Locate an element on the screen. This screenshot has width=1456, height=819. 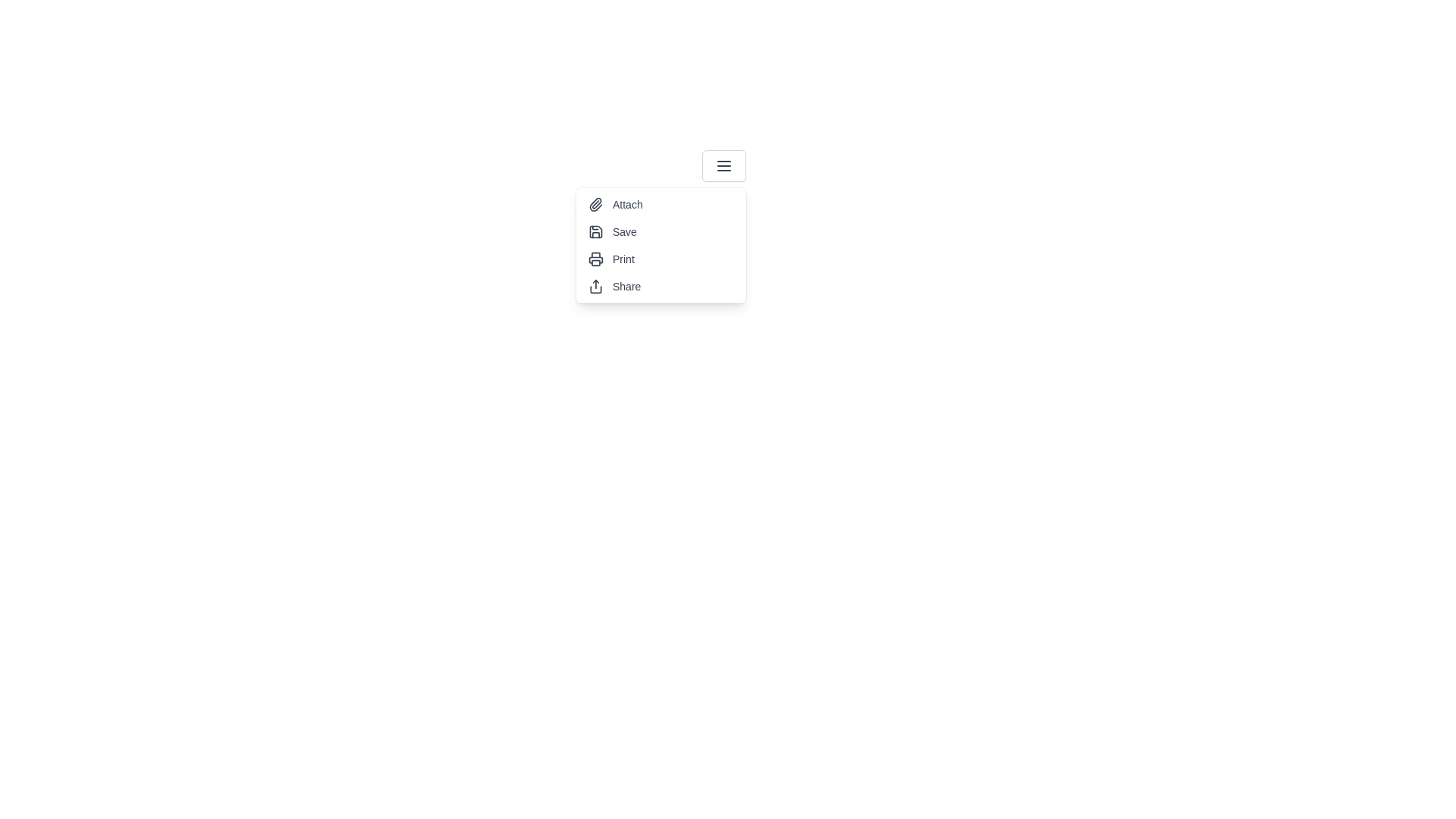
the fourth interactive menu item in the dropdown menu that allows sharing an item or resource, located below 'Print', 'Save', and 'Attach' is located at coordinates (661, 287).